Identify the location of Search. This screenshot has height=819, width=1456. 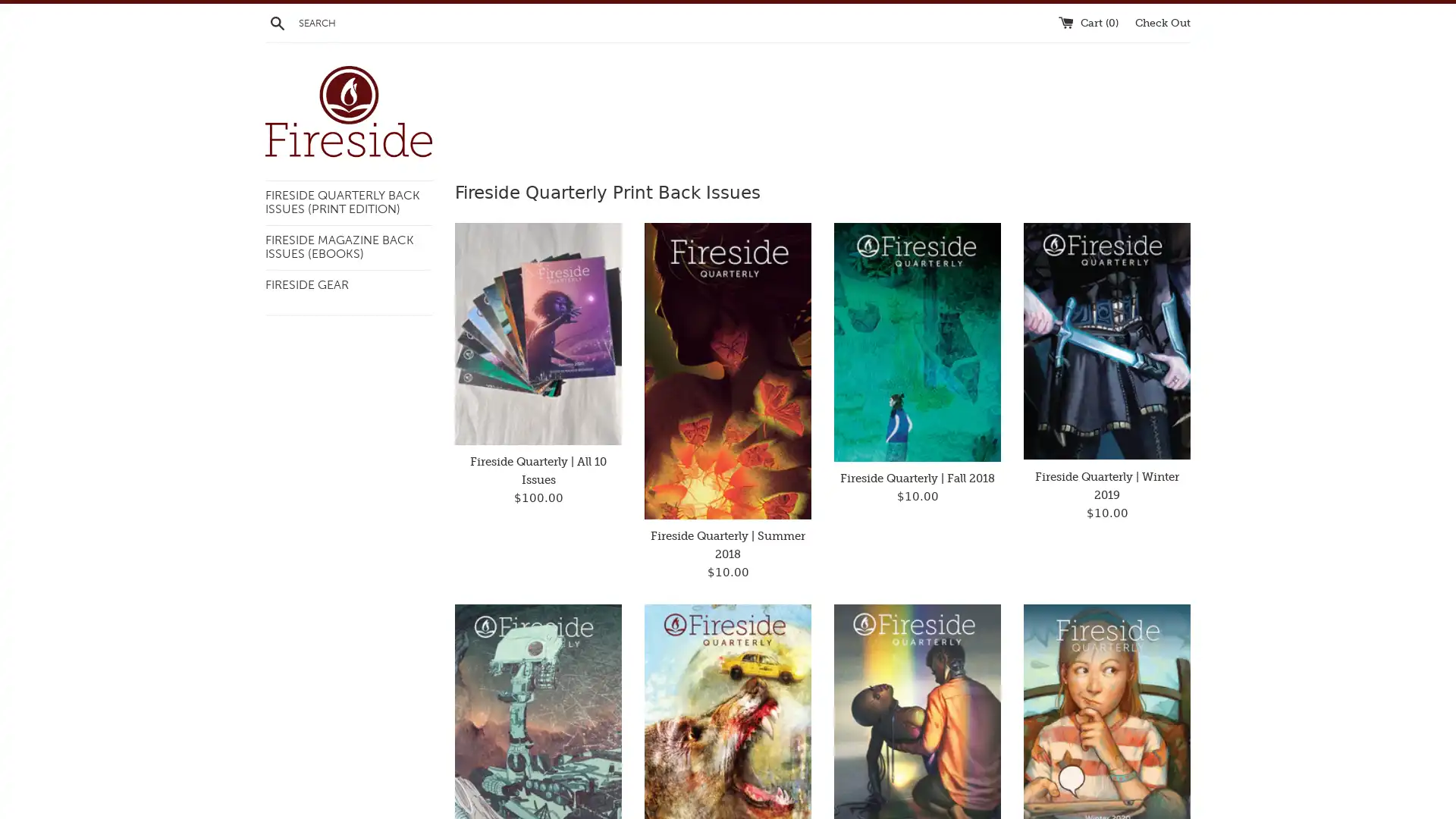
(277, 22).